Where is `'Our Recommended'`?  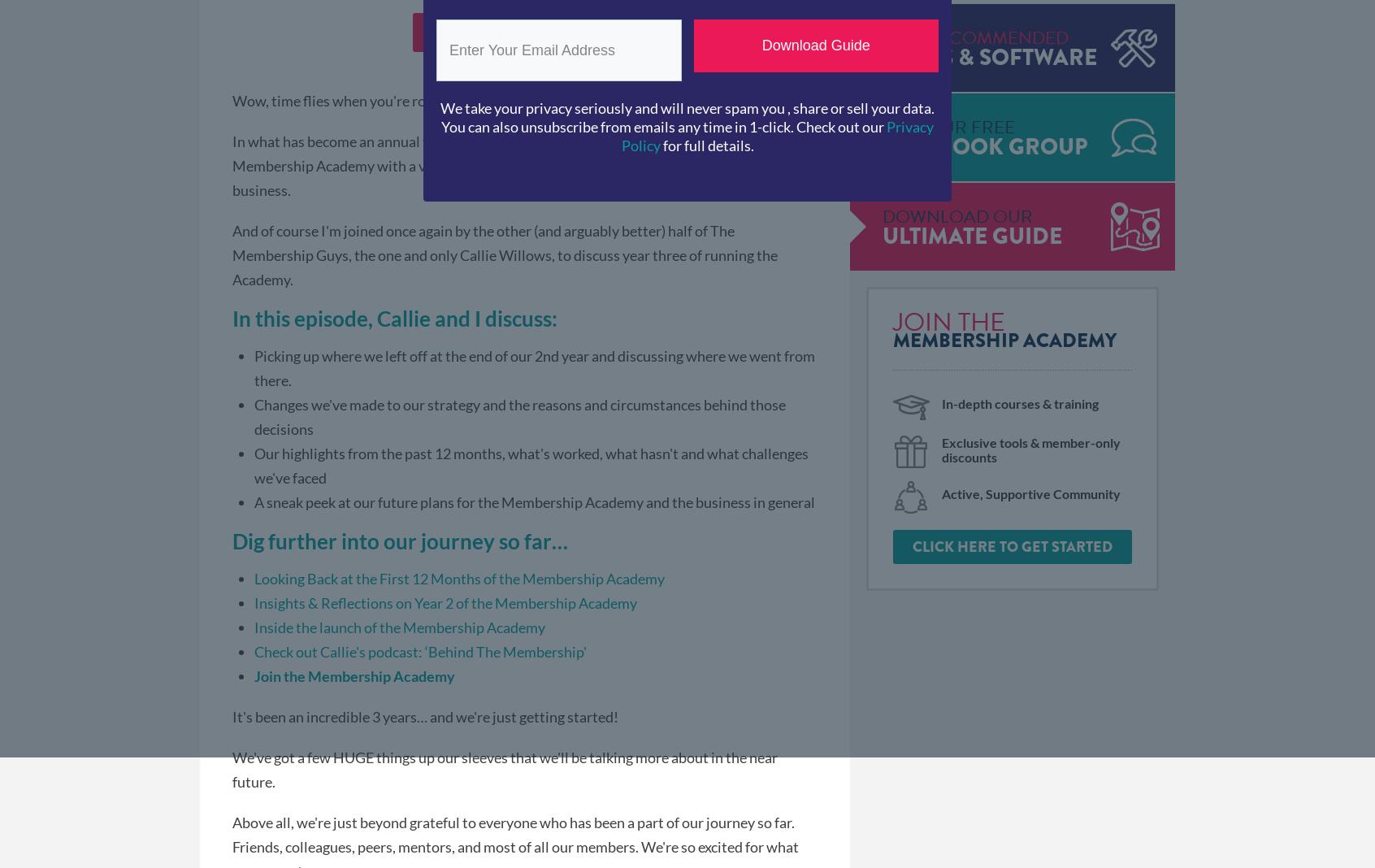 'Our Recommended' is located at coordinates (975, 37).